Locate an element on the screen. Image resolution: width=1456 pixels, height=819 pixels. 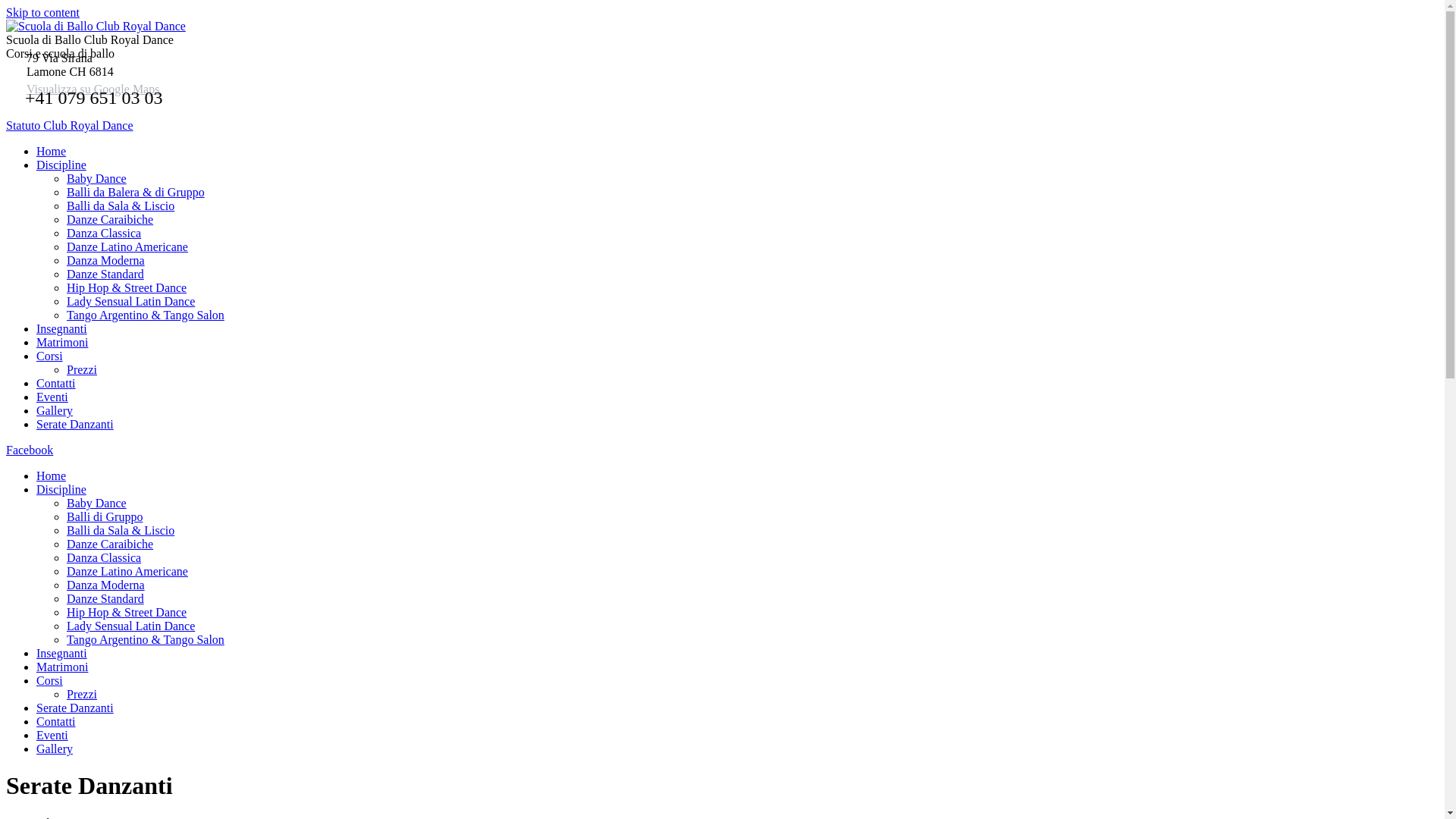
'Danza Moderna' is located at coordinates (105, 259).